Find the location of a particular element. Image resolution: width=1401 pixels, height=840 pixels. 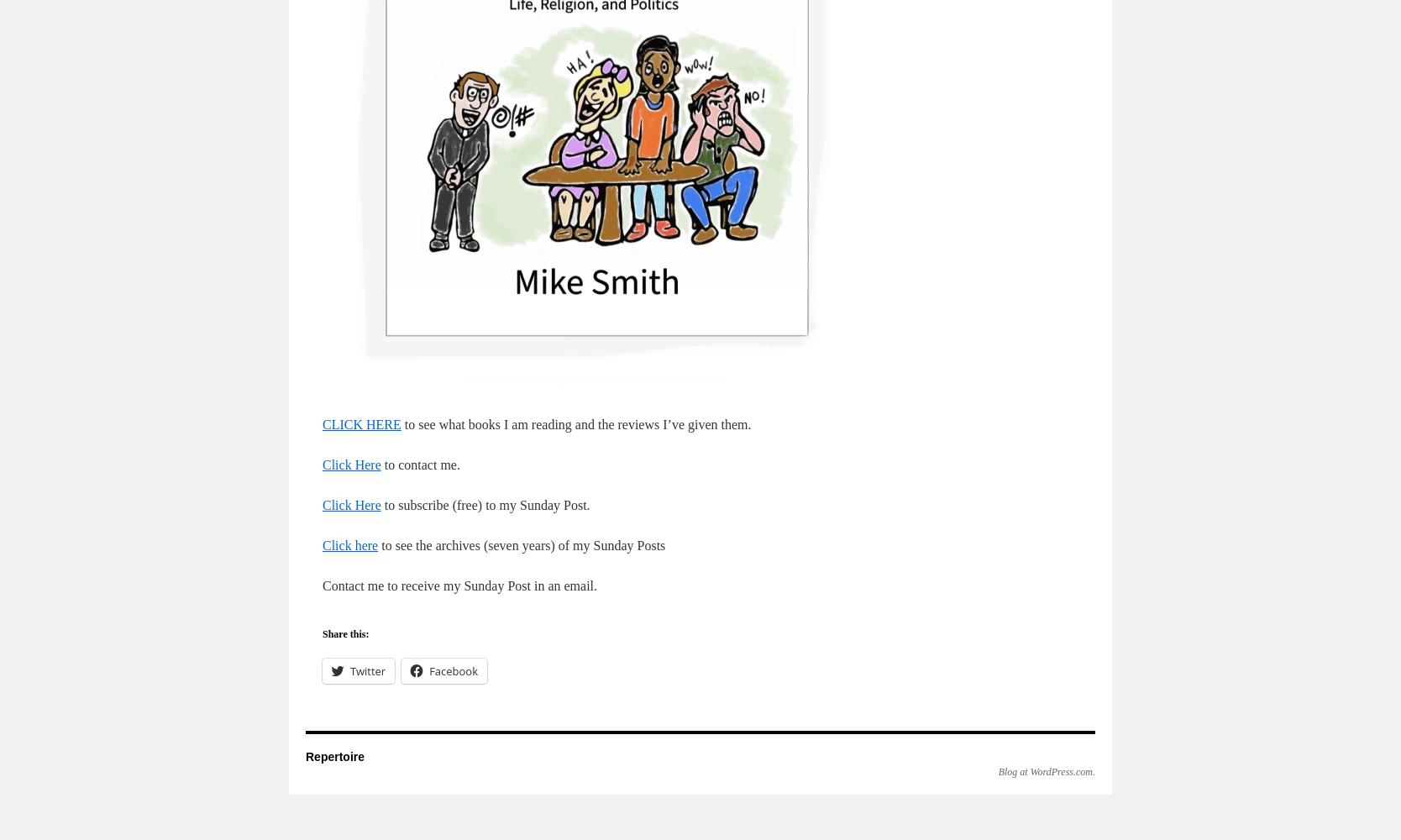

'Click here' is located at coordinates (350, 545).